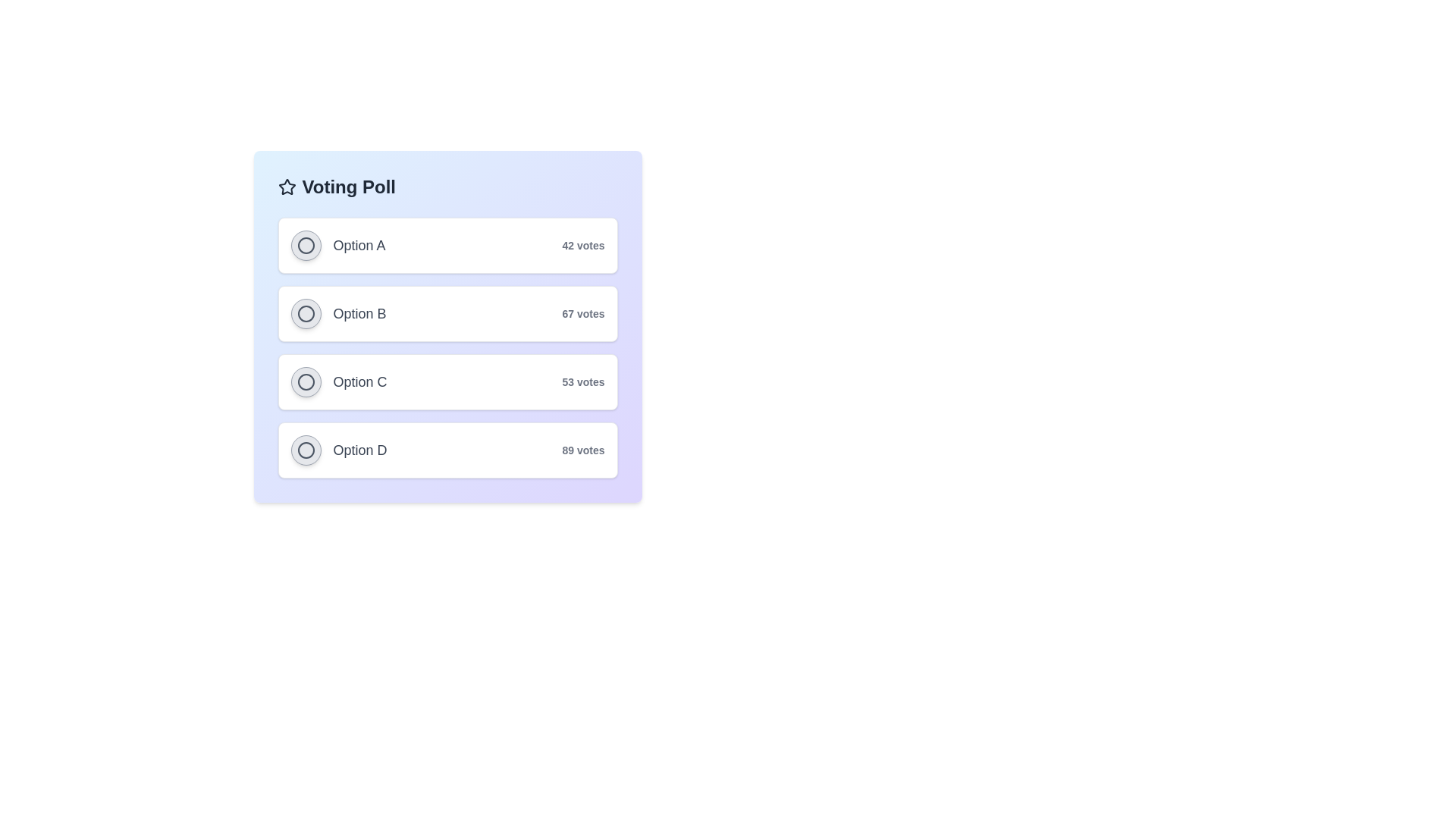 Image resolution: width=1456 pixels, height=819 pixels. Describe the element at coordinates (287, 186) in the screenshot. I see `the star-shaped icon located to the left of the 'Voting Poll' text in the heading section of the card interface` at that location.